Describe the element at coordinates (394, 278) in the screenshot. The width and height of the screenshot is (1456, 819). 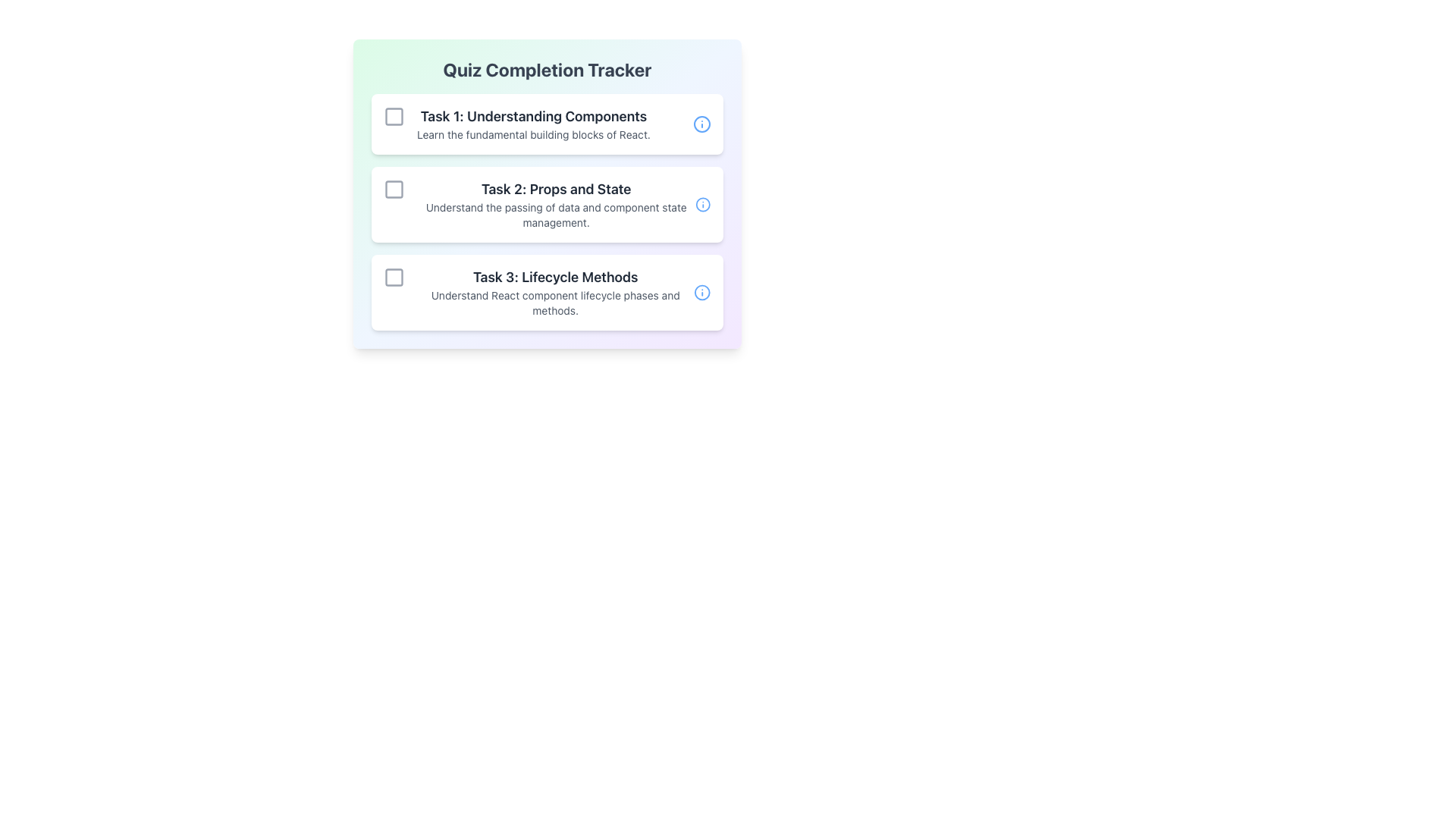
I see `the checkbox associated with 'Task 3: Lifecycle Methods' in the 'Quiz Completion Tracker' interface` at that location.